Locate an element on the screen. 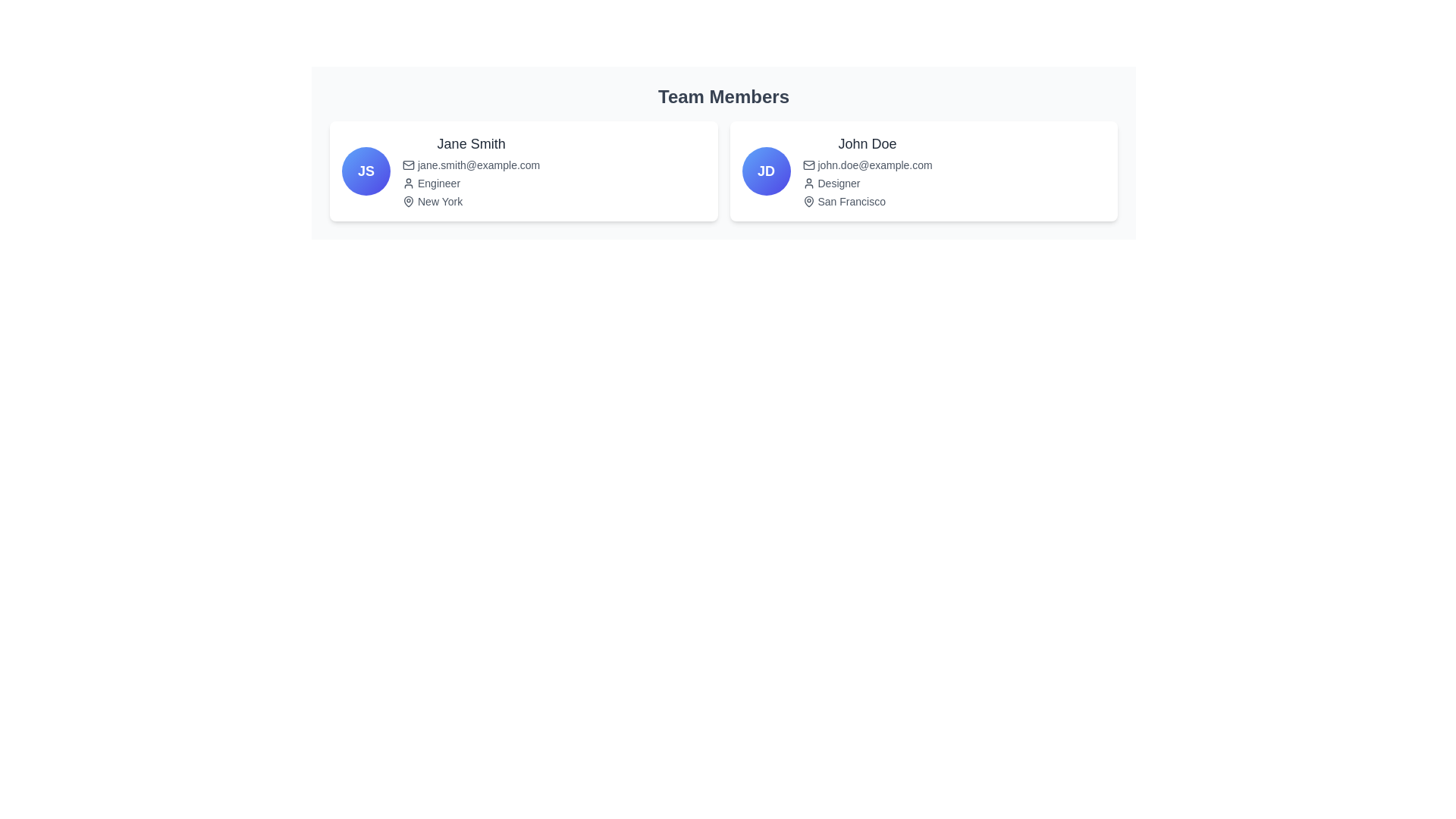  the circular badge containing the initials 'JS' is located at coordinates (366, 171).